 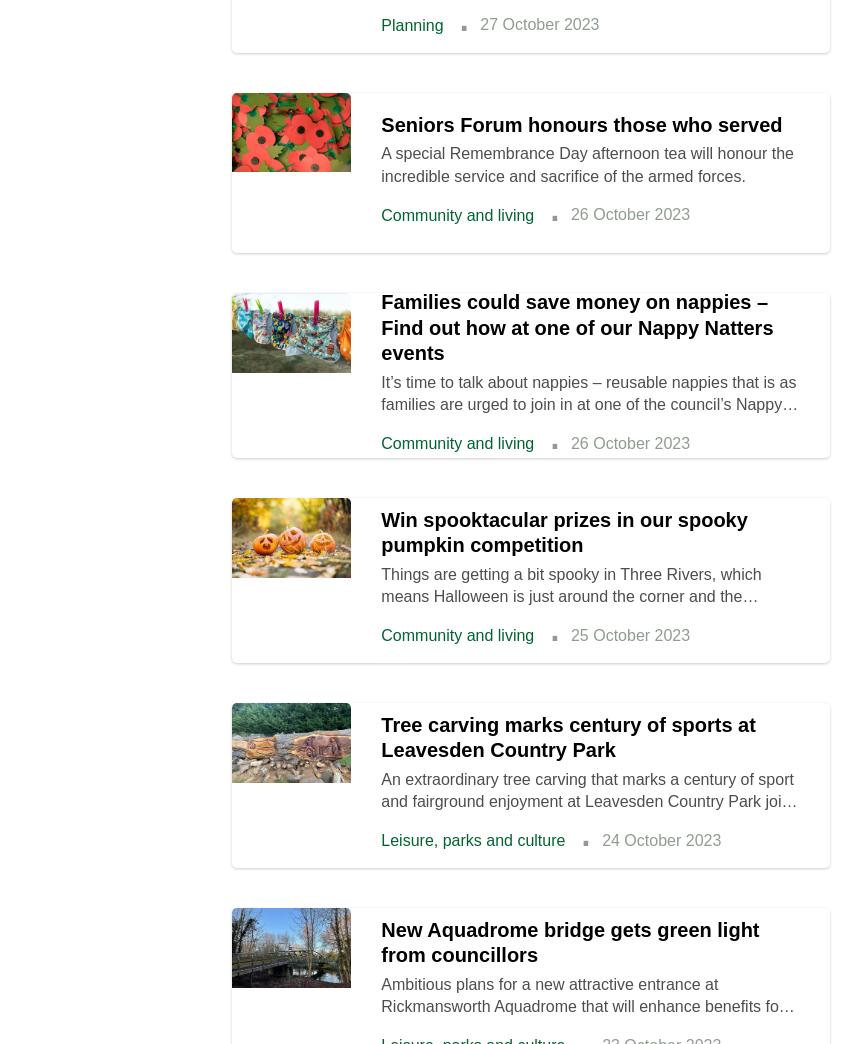 What do you see at coordinates (588, 403) in the screenshot?
I see `'It’s time to talk about nappies – reusable nappies that is as families are urged to join in at one of the council’s Nappy Natters demonstrations this November.'` at bounding box center [588, 403].